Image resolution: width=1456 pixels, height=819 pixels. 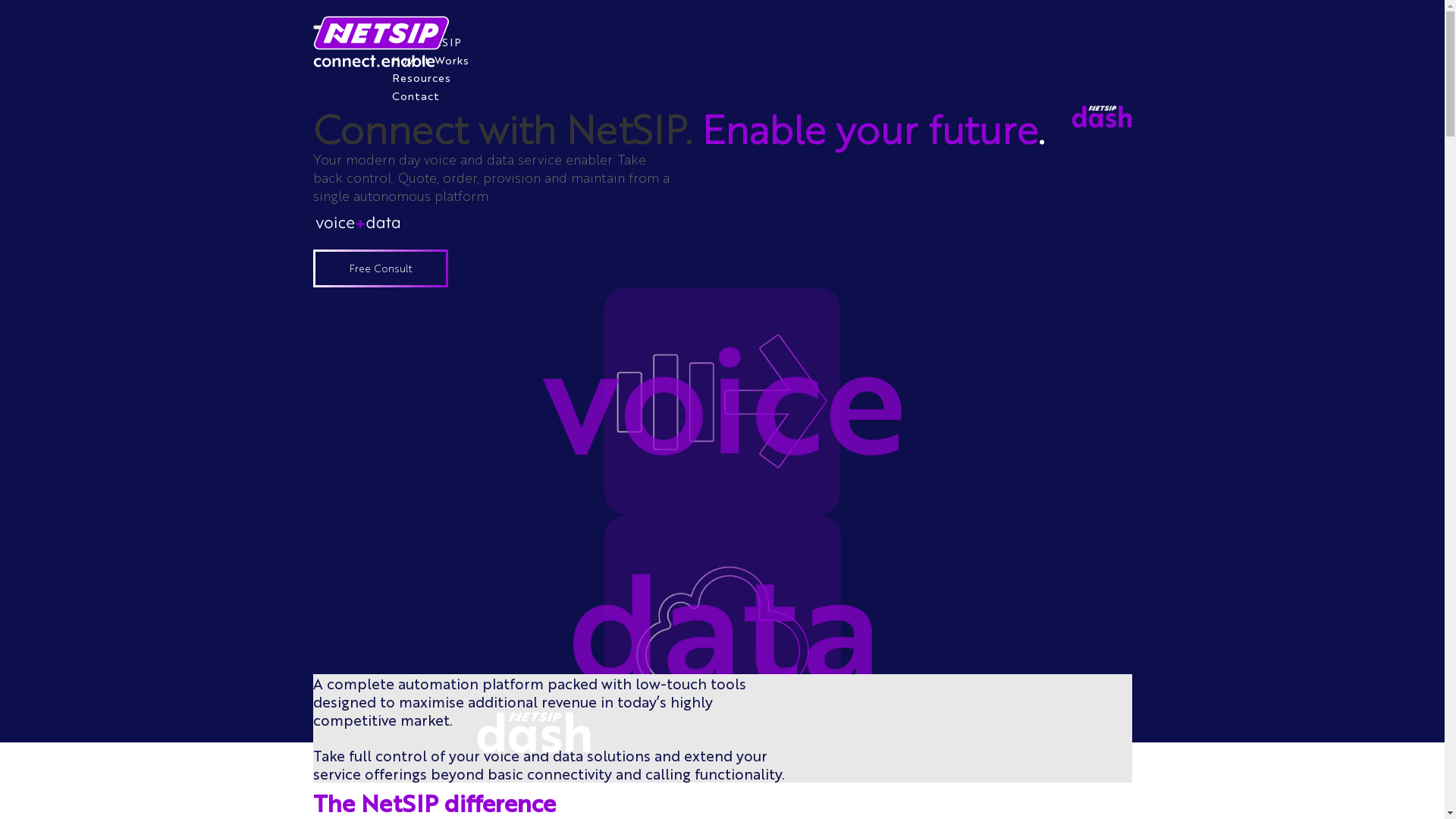 What do you see at coordinates (421, 77) in the screenshot?
I see `'Resources'` at bounding box center [421, 77].